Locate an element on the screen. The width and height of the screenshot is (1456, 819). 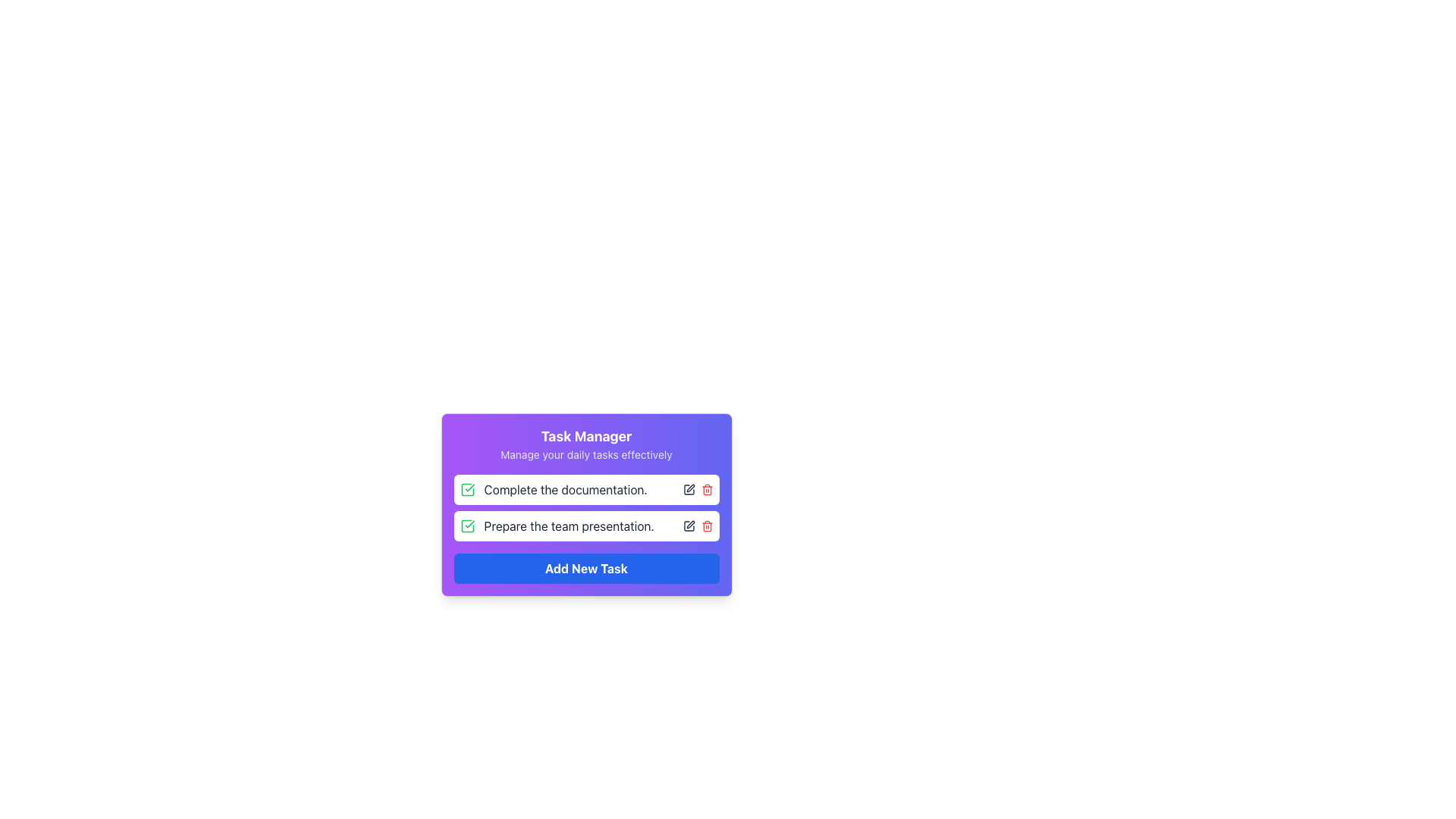
the text block containing the phrase 'Prepare the team presentation.', which is the second task item in the task list interface is located at coordinates (568, 526).